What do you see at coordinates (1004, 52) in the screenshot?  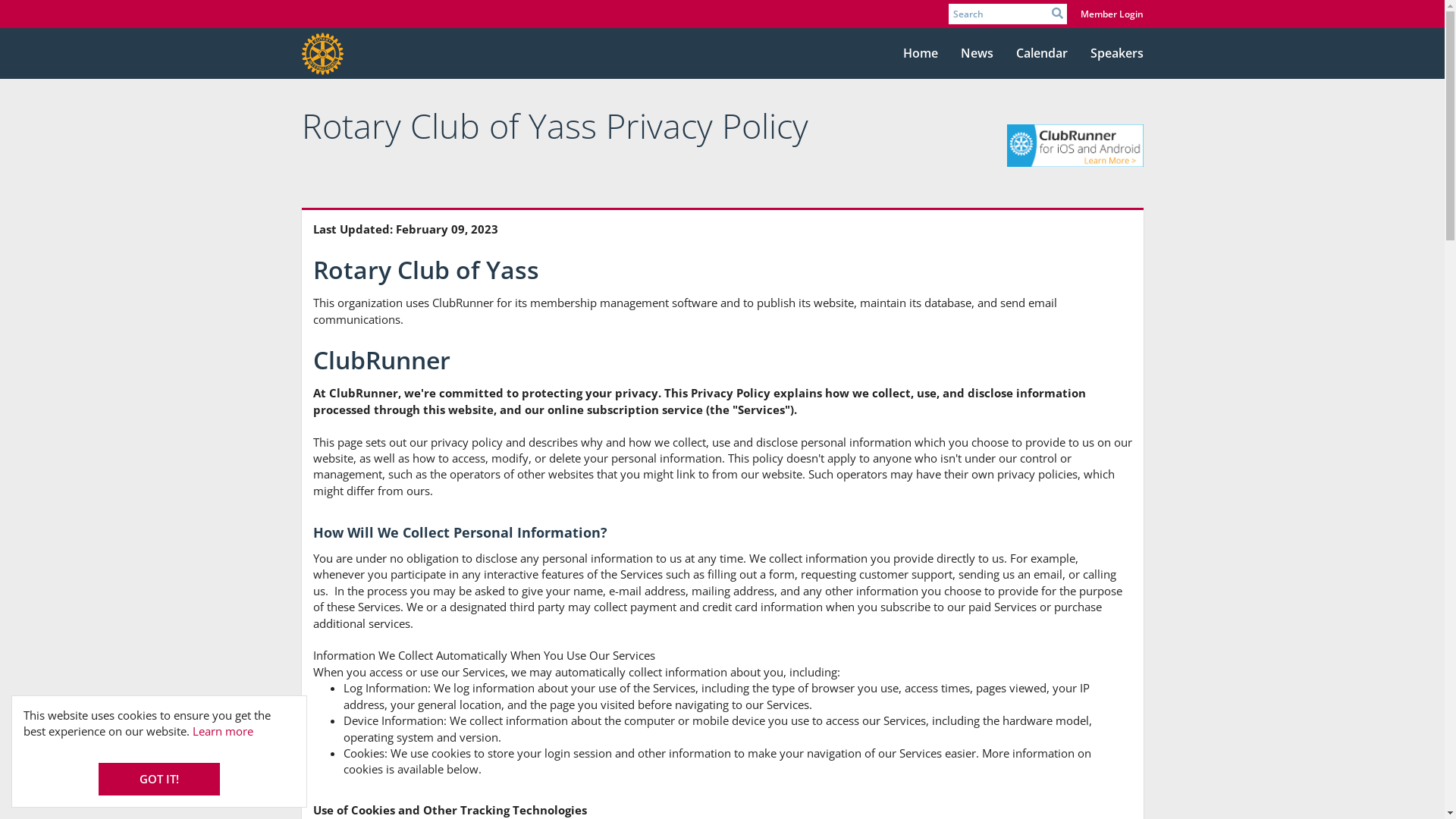 I see `'Calendar'` at bounding box center [1004, 52].